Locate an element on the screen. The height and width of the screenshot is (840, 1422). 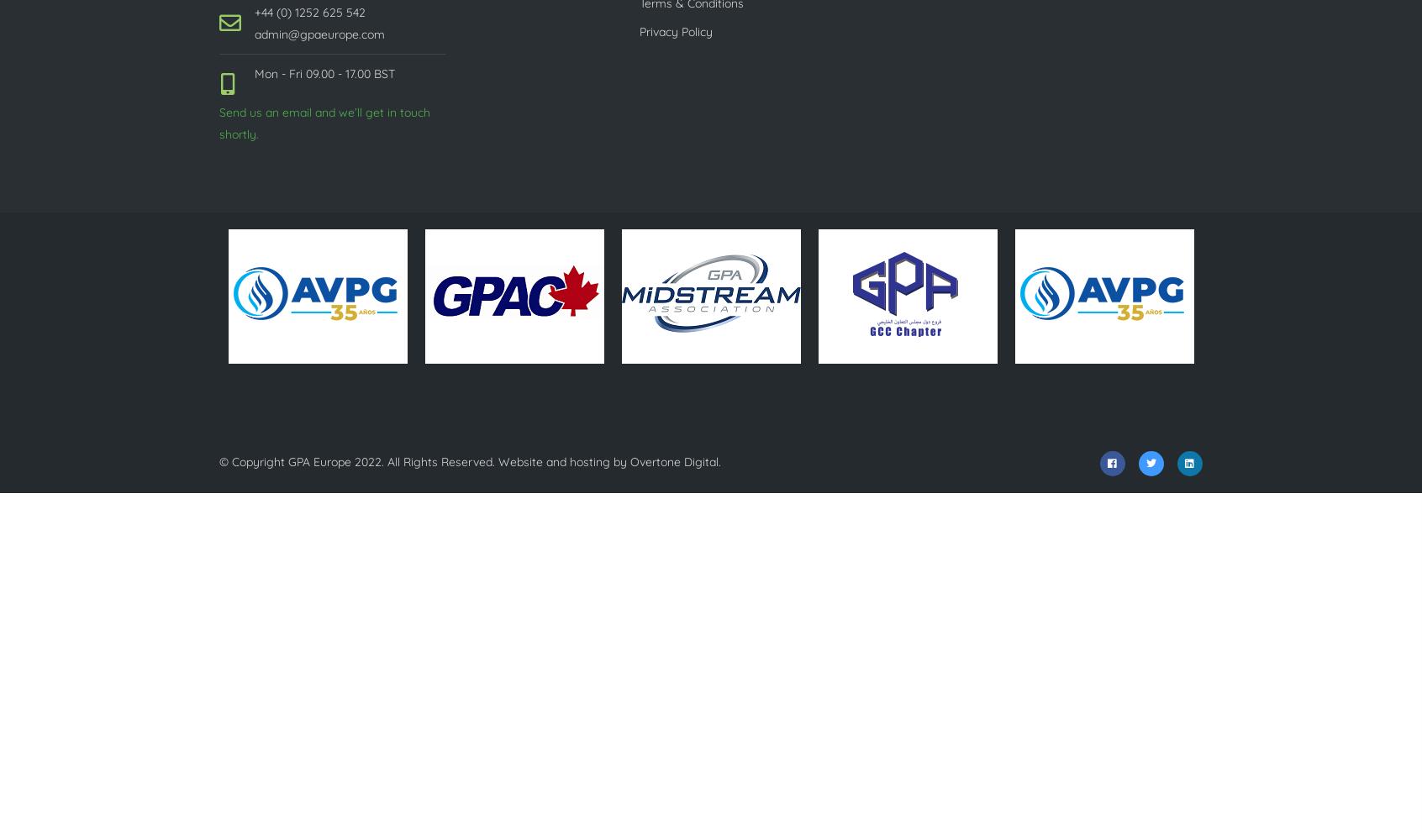
'Mon - Fri 09.00 - 17.00 BST' is located at coordinates (324, 72).